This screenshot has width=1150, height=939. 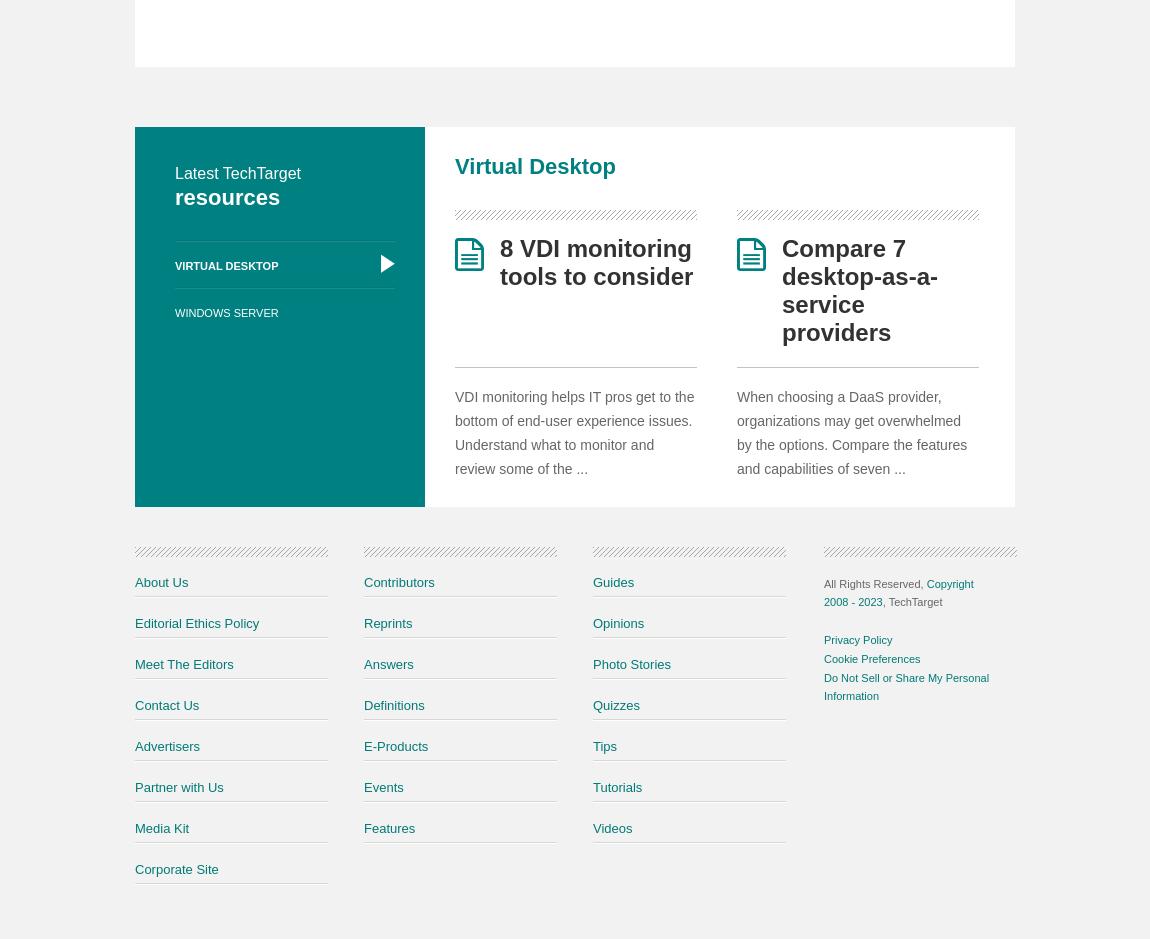 What do you see at coordinates (491, 165) in the screenshot?
I see `'Virtual'` at bounding box center [491, 165].